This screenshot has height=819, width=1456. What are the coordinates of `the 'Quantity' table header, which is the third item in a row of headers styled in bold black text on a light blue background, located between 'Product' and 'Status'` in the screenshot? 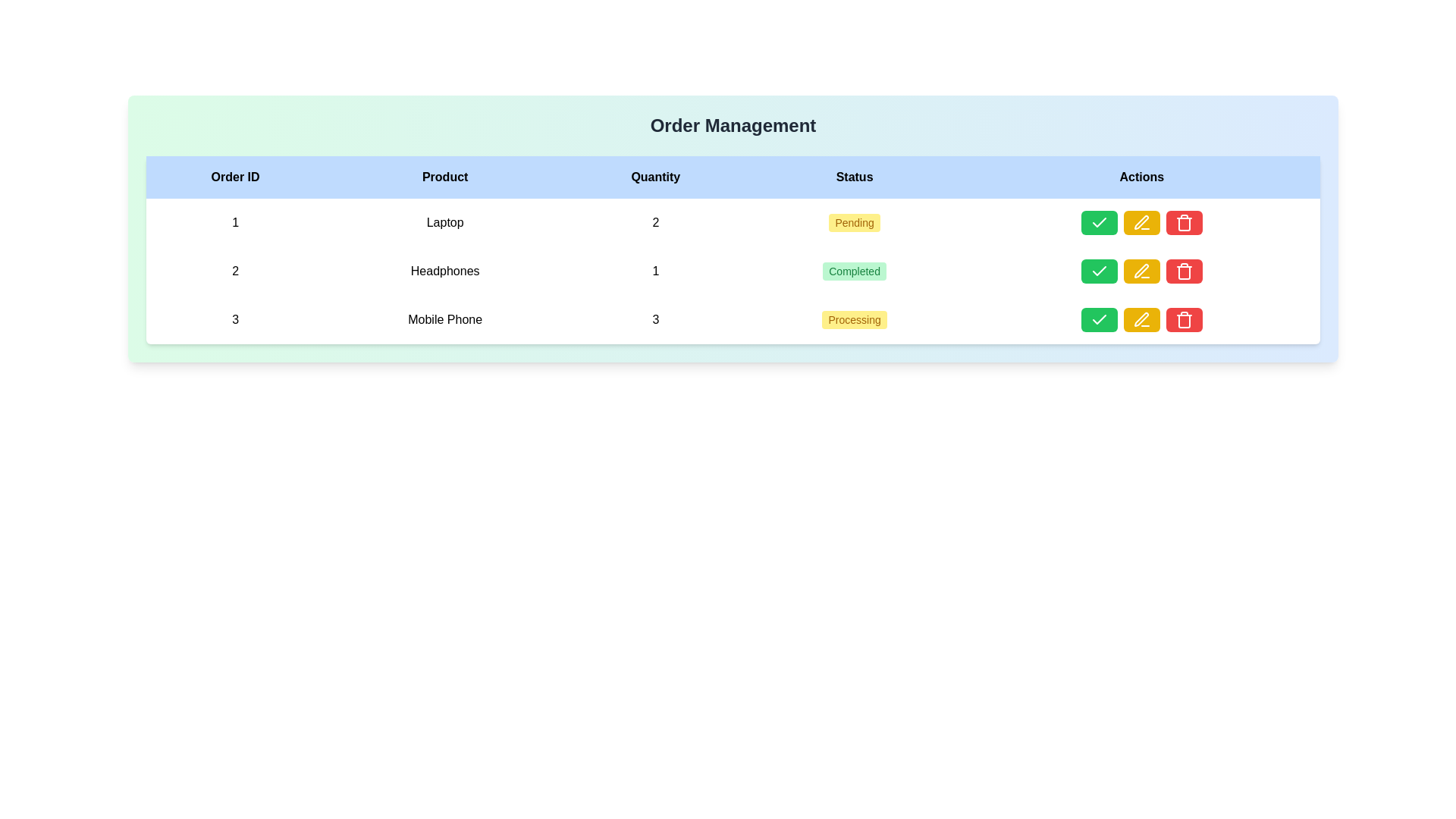 It's located at (655, 177).